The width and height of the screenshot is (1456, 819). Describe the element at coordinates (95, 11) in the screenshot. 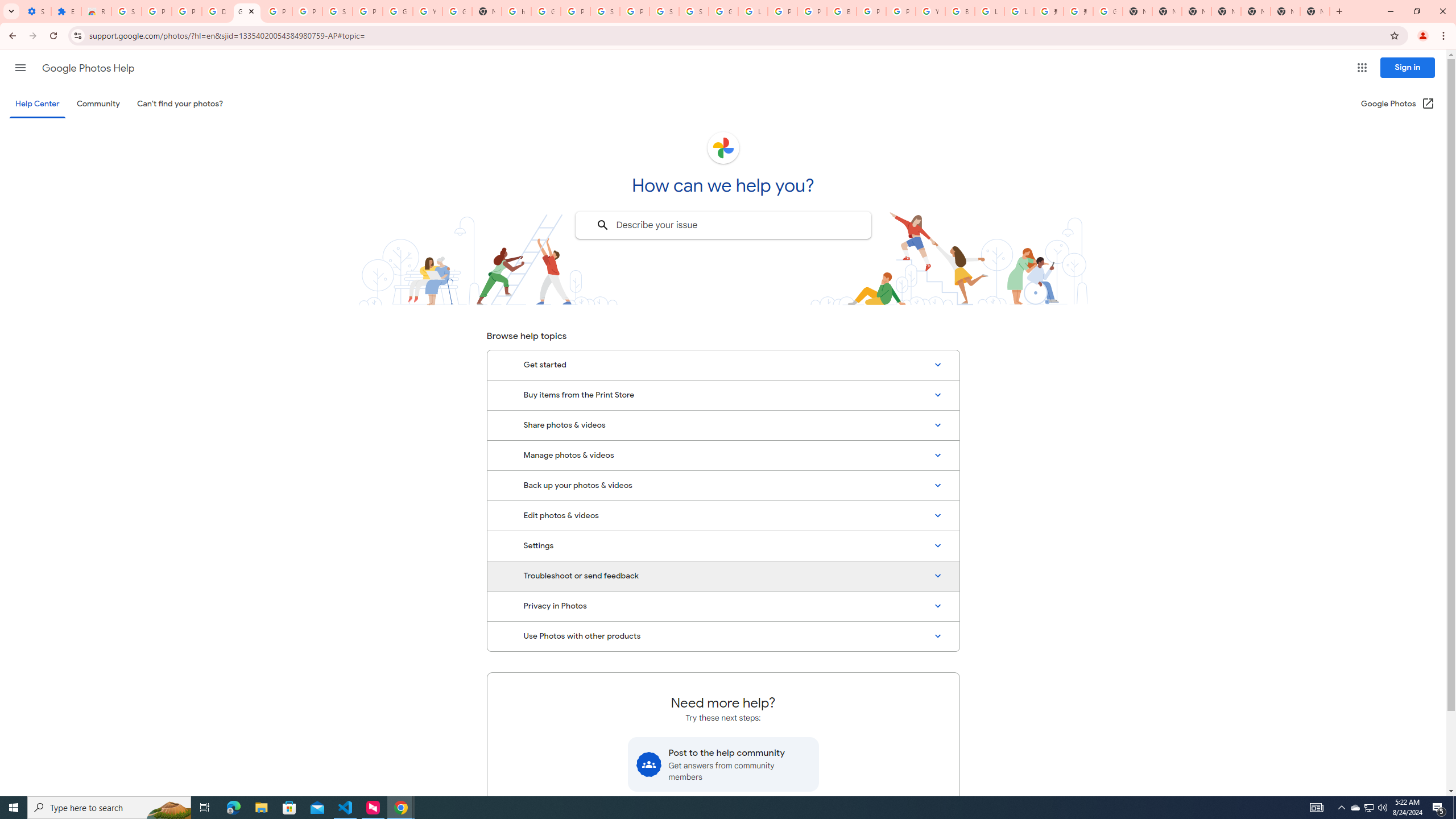

I see `'Reviews: Helix Fruit Jump Arcade Game'` at that location.